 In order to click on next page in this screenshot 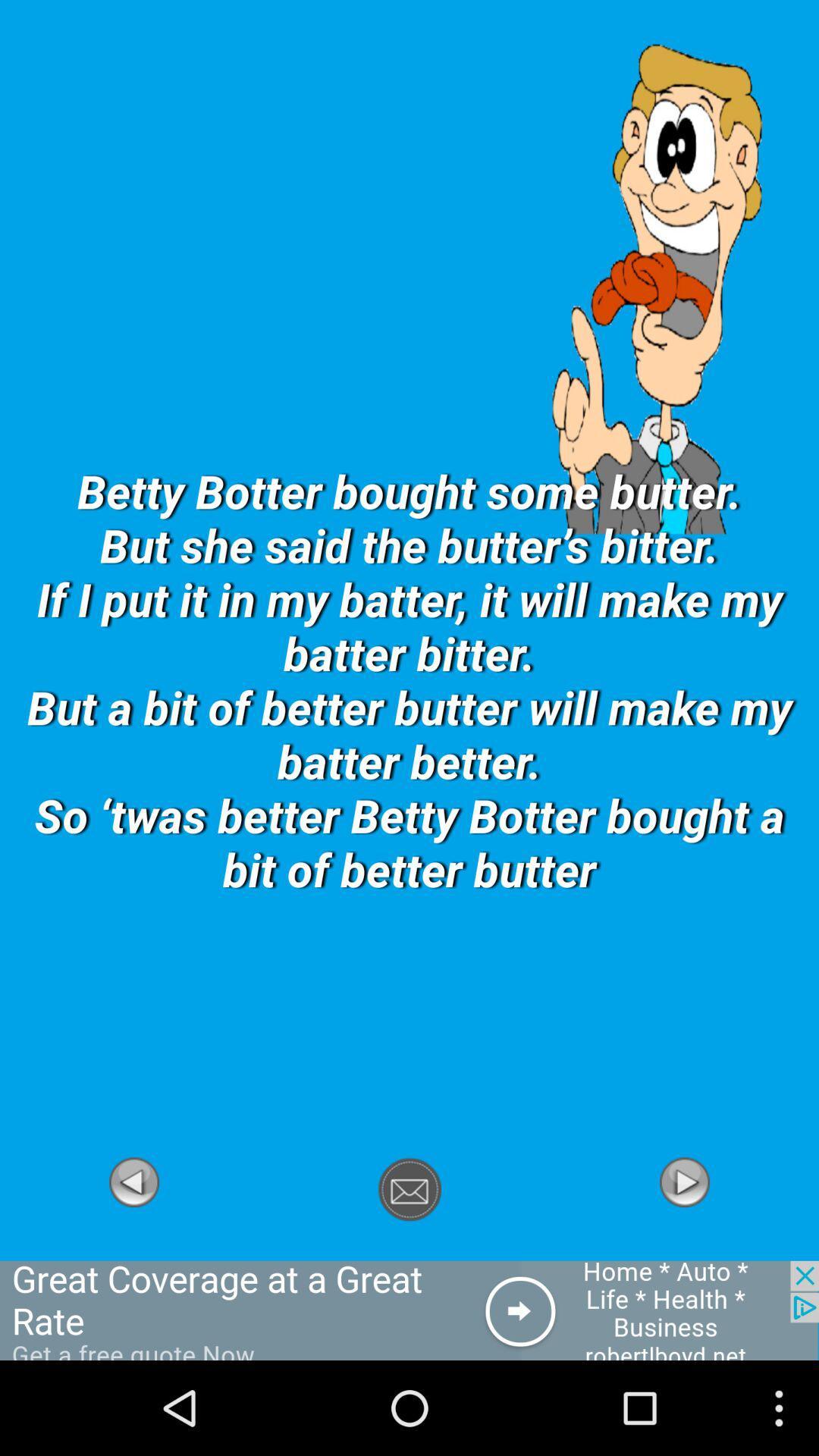, I will do `click(684, 1252)`.